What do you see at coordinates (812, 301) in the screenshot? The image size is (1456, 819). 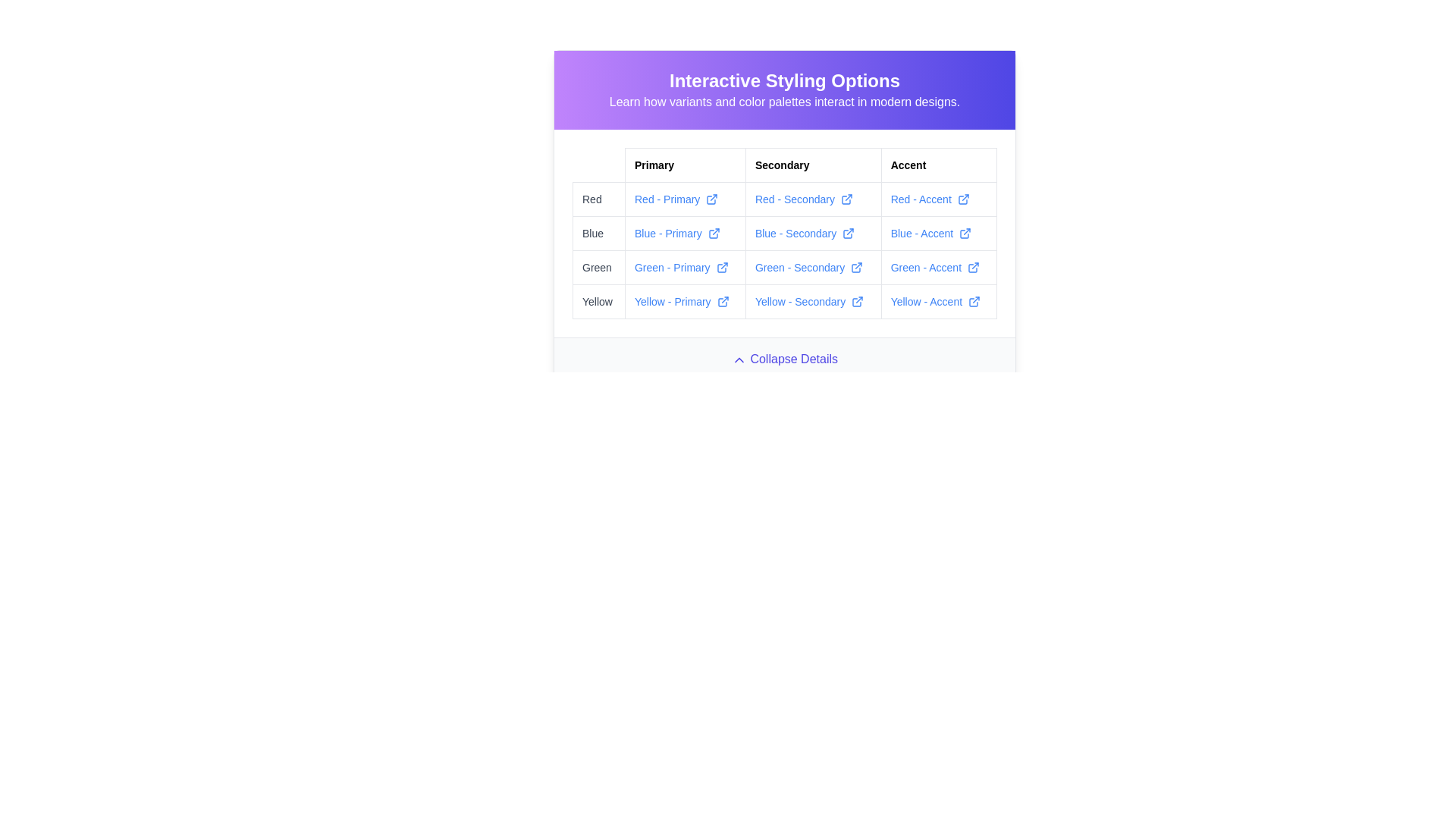 I see `the 'Yellow - Secondary' hyperlink with an external link icon` at bounding box center [812, 301].